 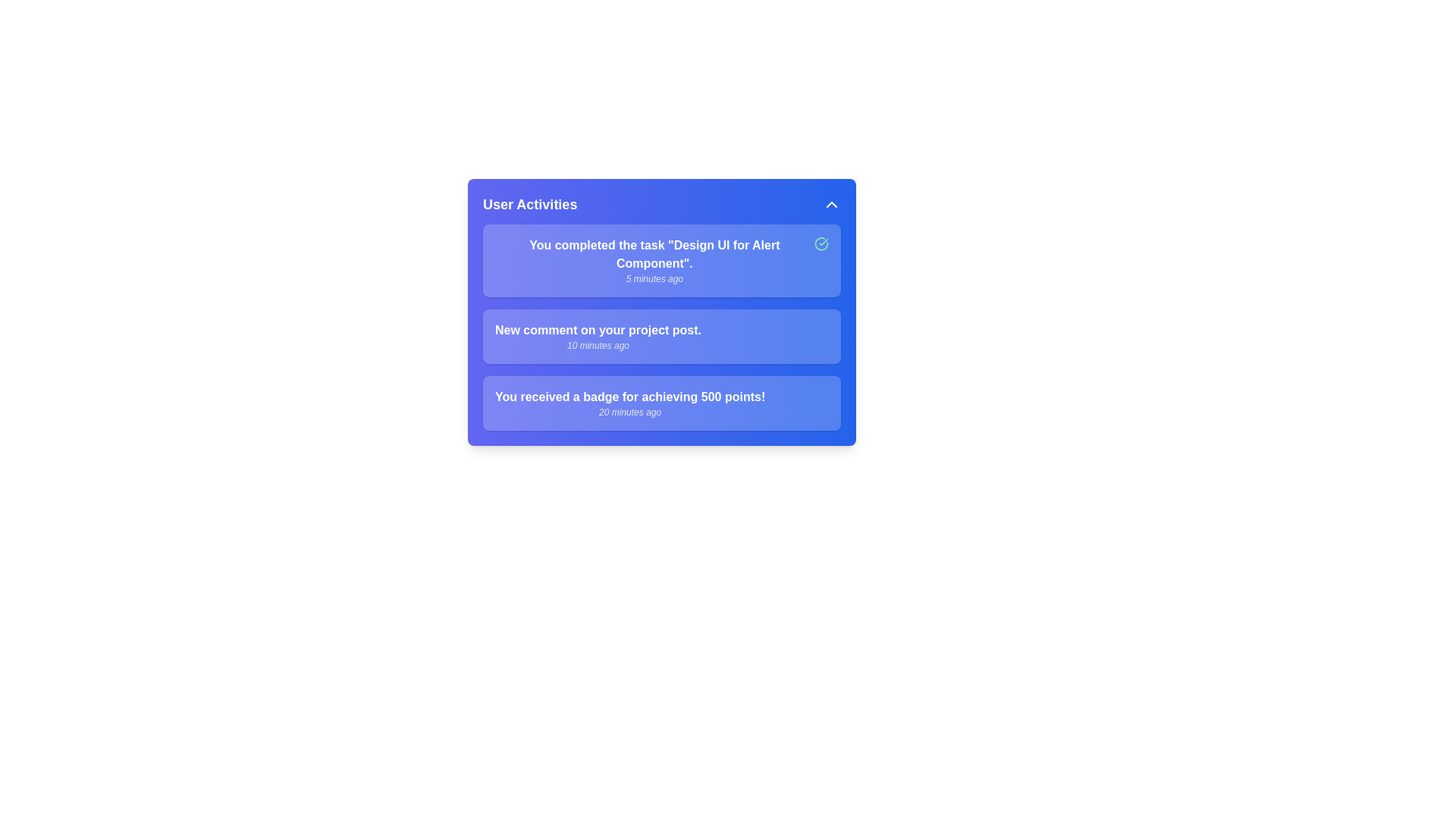 What do you see at coordinates (654, 259) in the screenshot?
I see `information from the text block in the 'User Activities' notification panel that indicates the completion of the task 'Design UI for Alert Component' along with the time elapsed '5 minutes ago'` at bounding box center [654, 259].